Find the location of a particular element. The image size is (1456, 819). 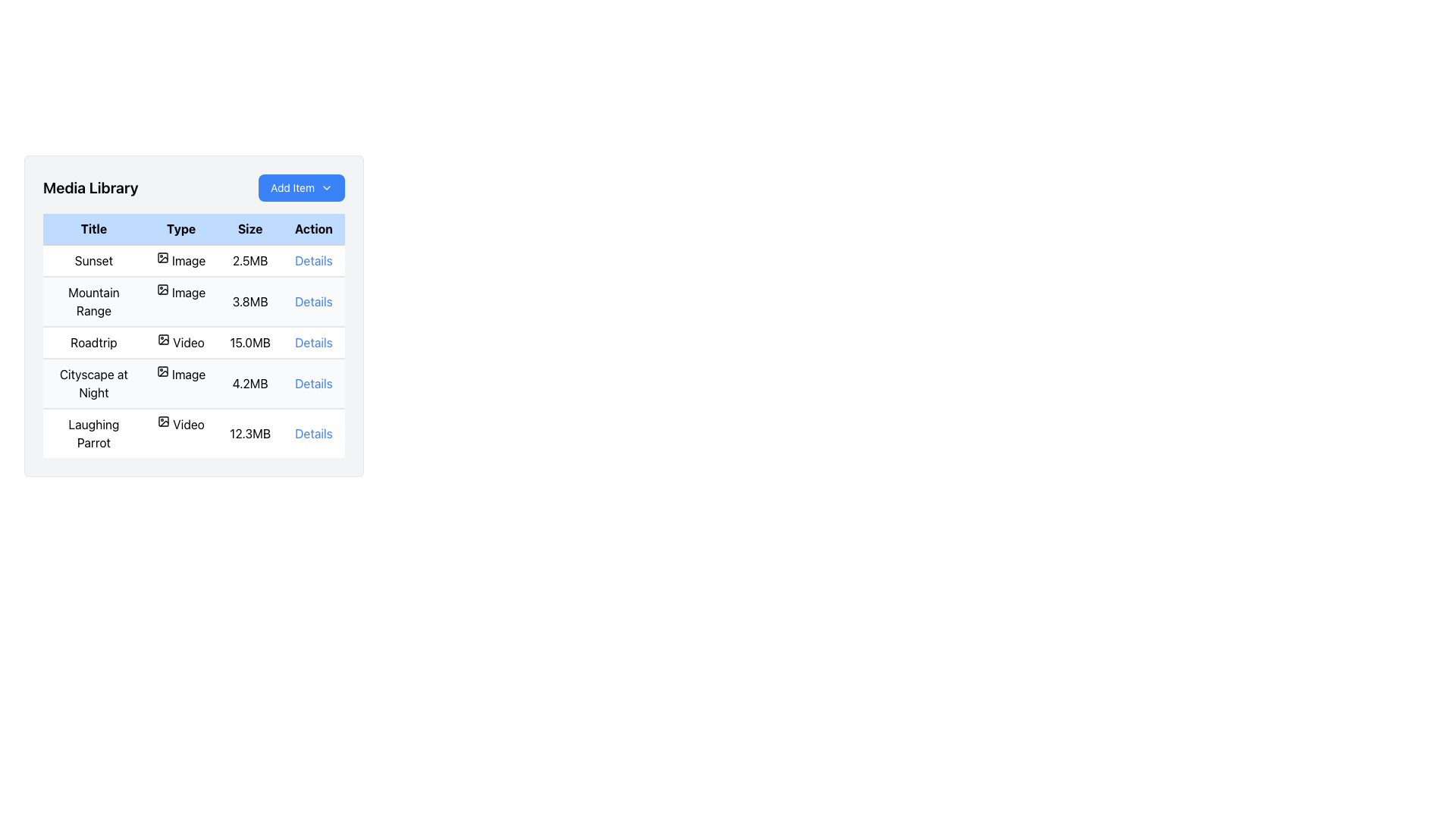

the SVG Icon in the 'Type' column of the row labeled 'Cityscape at Night' to indicate that the associated item is of the 'Image' type is located at coordinates (162, 371).